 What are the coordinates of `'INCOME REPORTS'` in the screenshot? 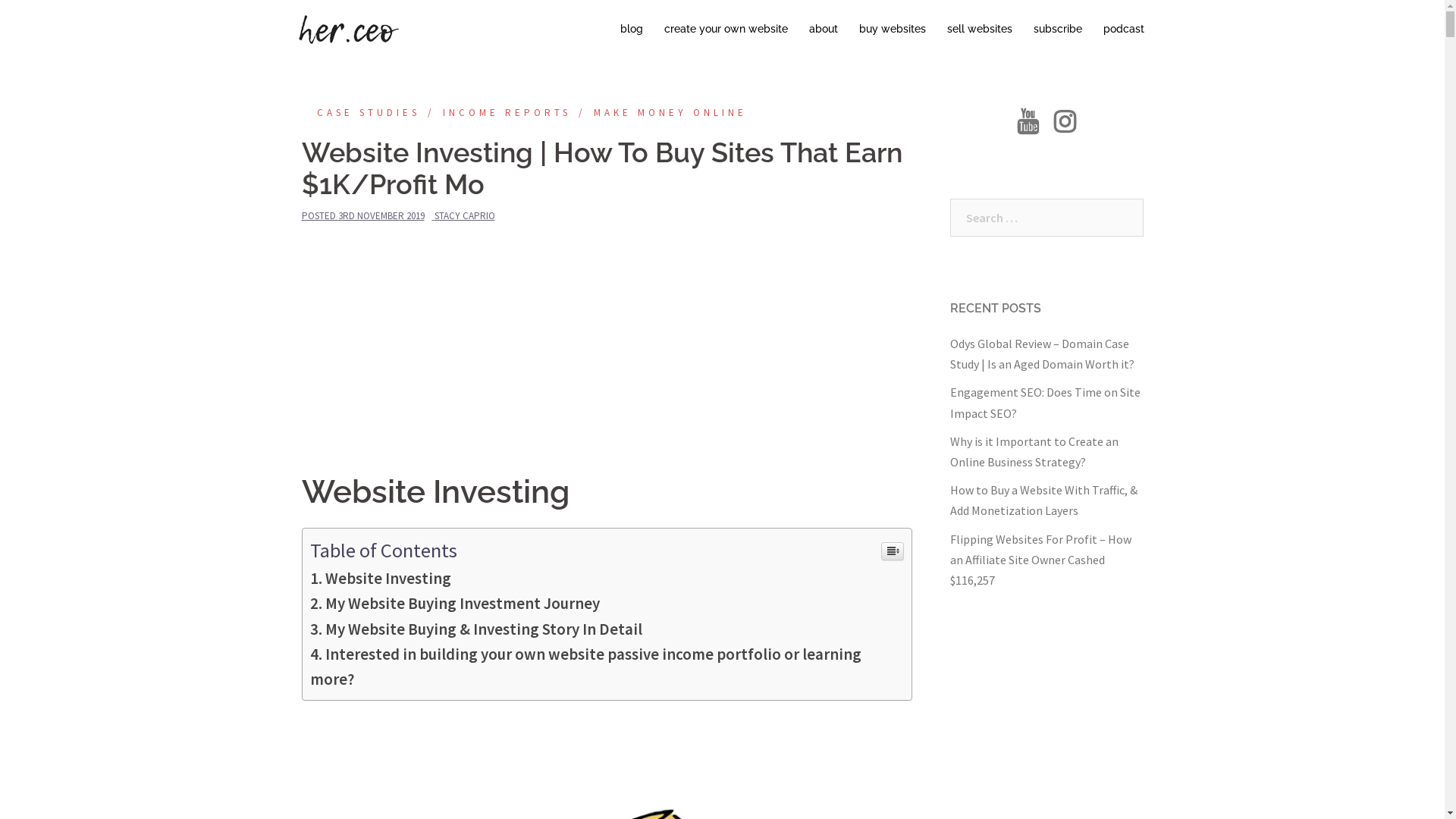 It's located at (495, 111).